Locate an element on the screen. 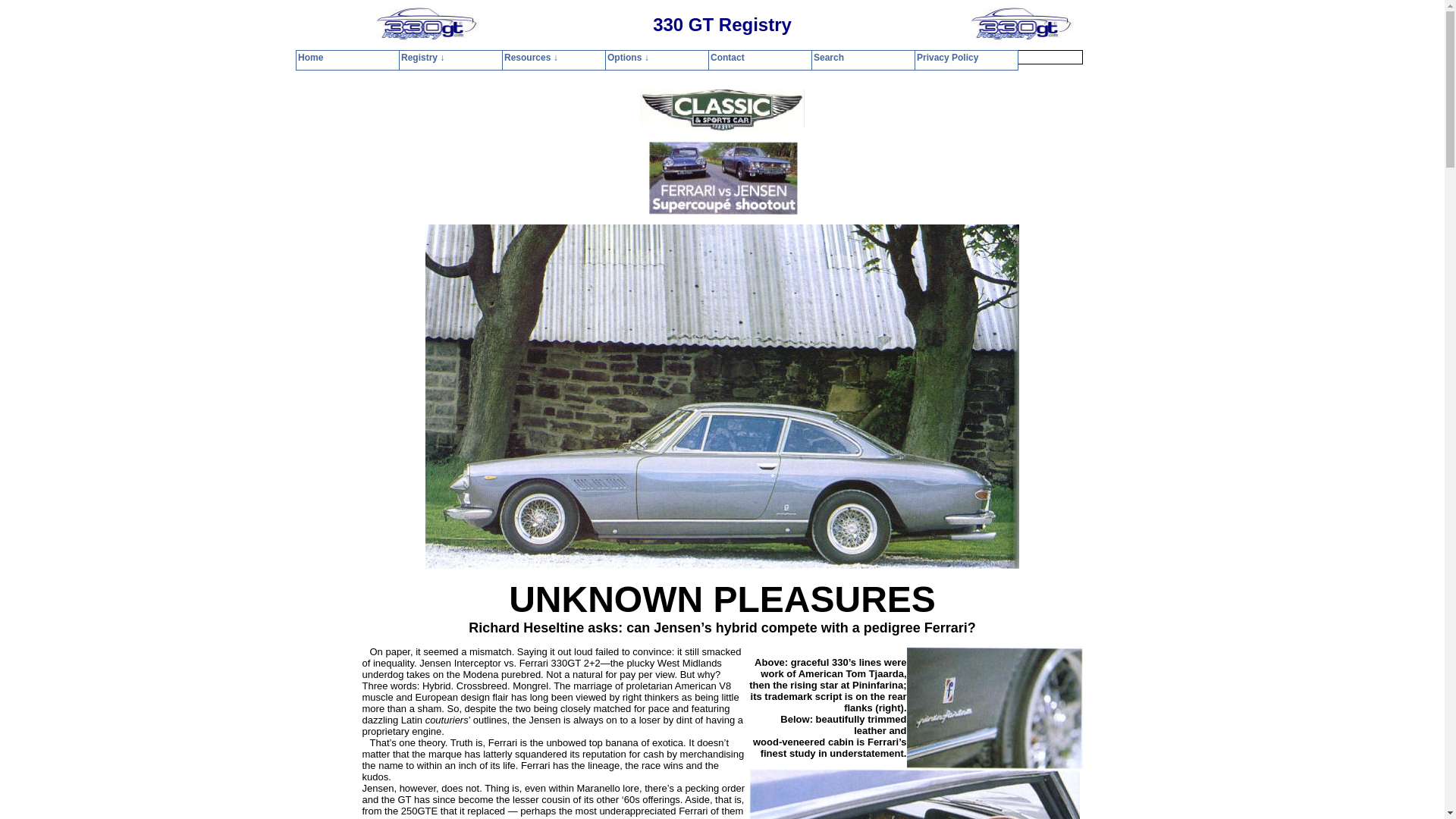  'Home' is located at coordinates (566, 56).